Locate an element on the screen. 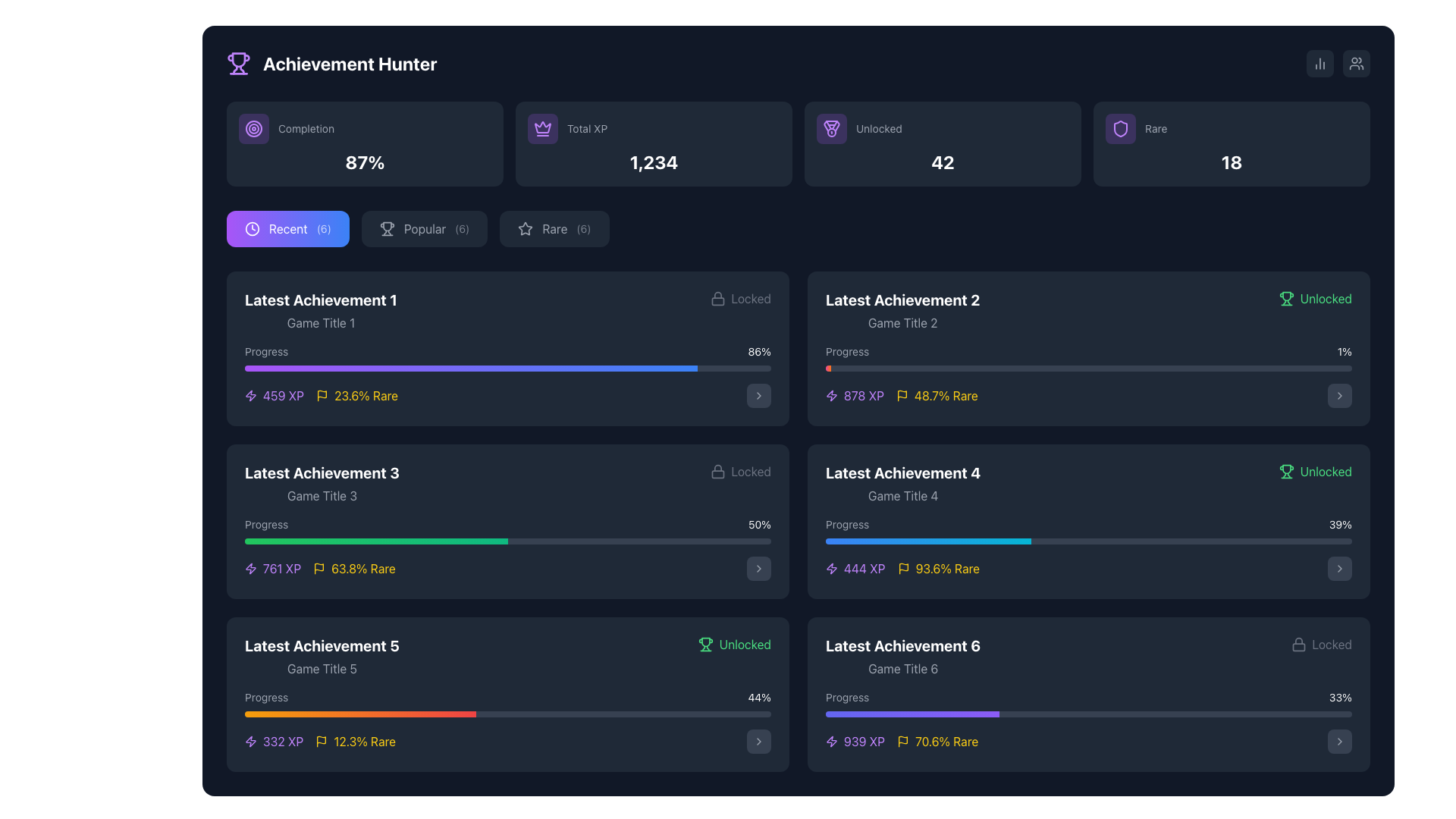 The width and height of the screenshot is (1456, 819). the icon button located at the bottom-right corner of the card displaying 'Latest Achievement 2' to initiate navigation for more information about the associated achievement is located at coordinates (1339, 394).